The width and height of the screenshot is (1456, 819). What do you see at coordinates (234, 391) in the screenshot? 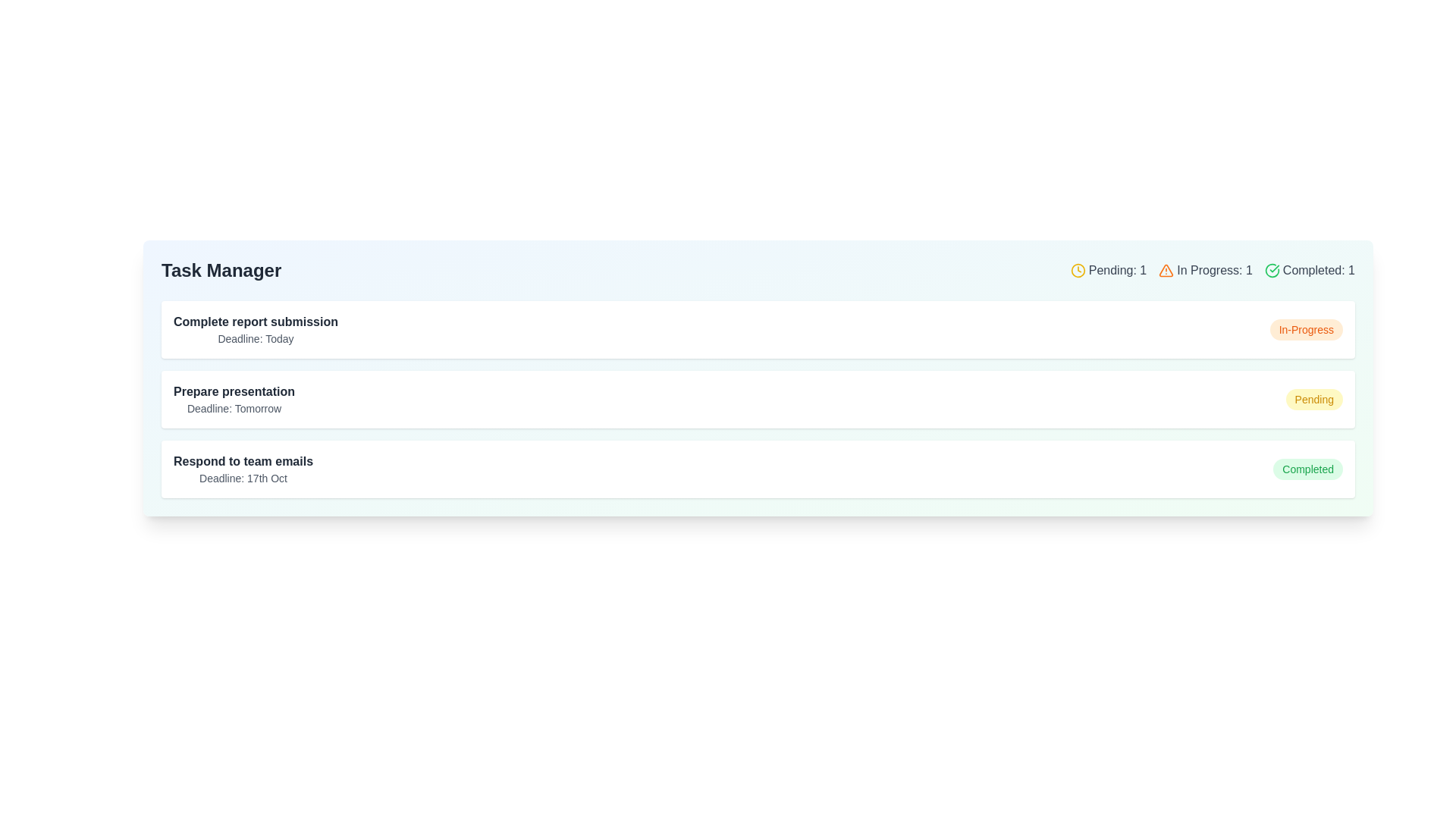
I see `task name displayed in bold text labeled 'Prepare presentation', located at the top part of the second task item in the Task Manager` at bounding box center [234, 391].